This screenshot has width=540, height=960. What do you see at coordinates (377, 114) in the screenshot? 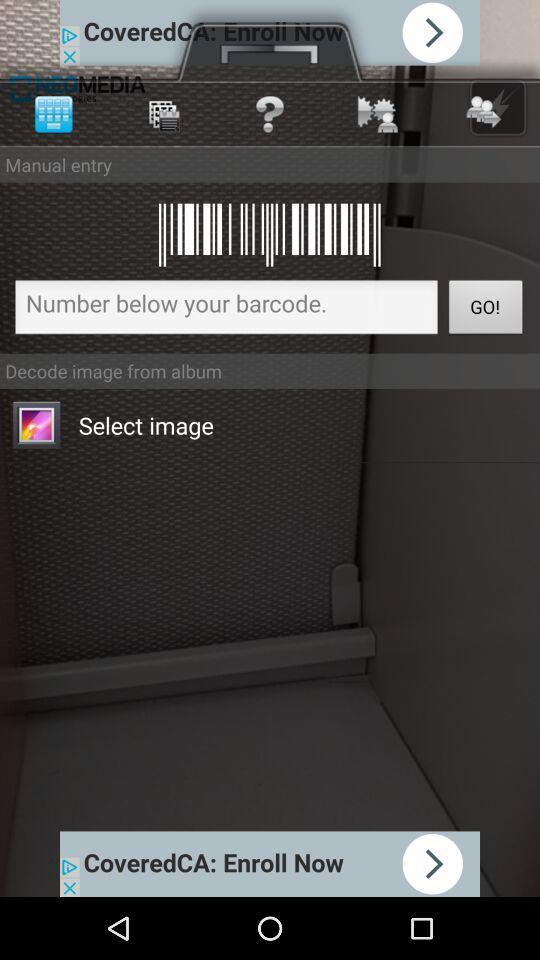
I see `the second button from the top right of the page` at bounding box center [377, 114].